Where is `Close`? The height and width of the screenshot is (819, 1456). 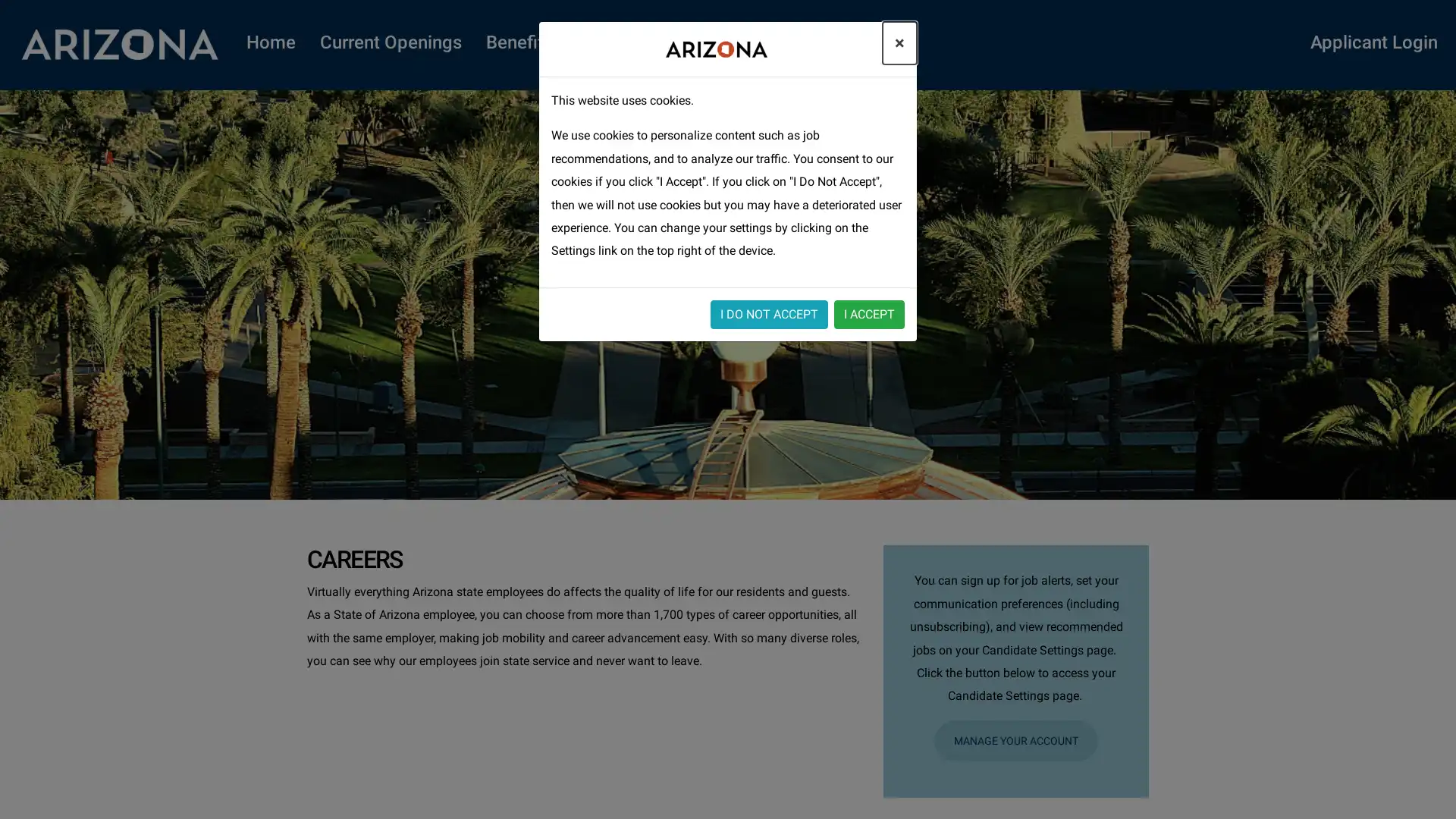
Close is located at coordinates (899, 42).